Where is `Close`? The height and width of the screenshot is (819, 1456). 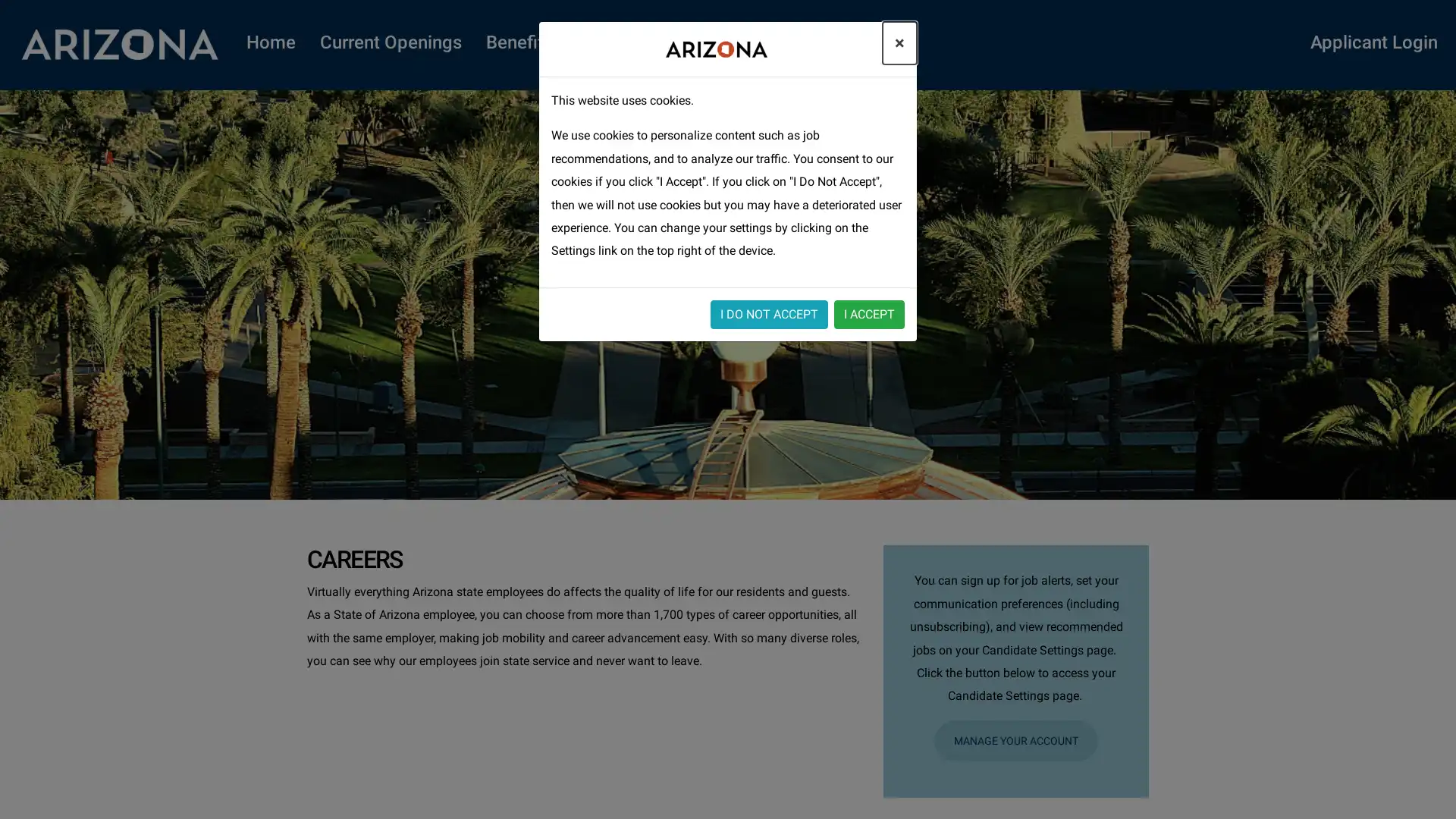
Close is located at coordinates (899, 42).